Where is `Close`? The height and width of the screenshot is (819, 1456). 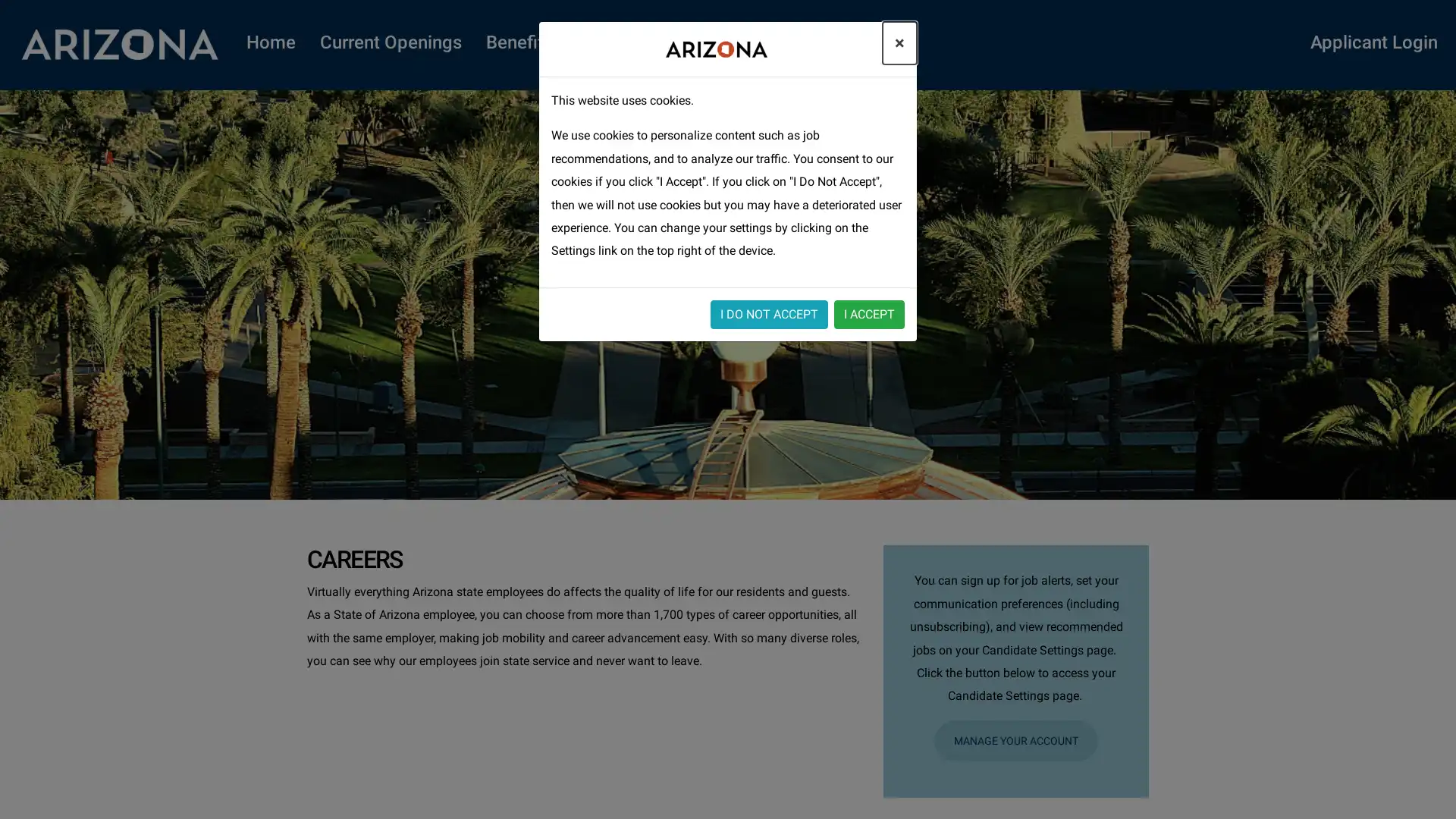
Close is located at coordinates (899, 42).